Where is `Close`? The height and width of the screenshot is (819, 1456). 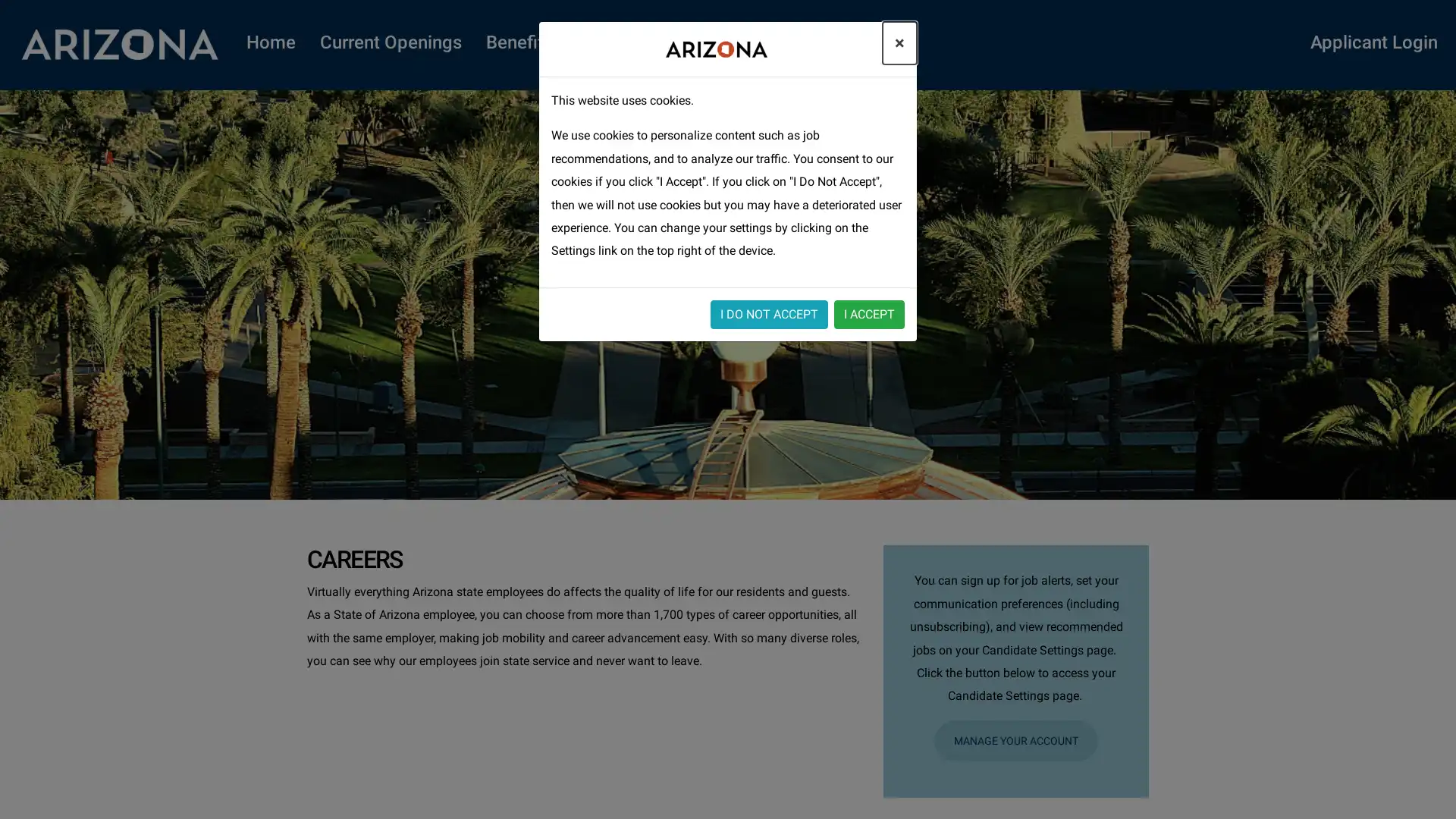
Close is located at coordinates (899, 42).